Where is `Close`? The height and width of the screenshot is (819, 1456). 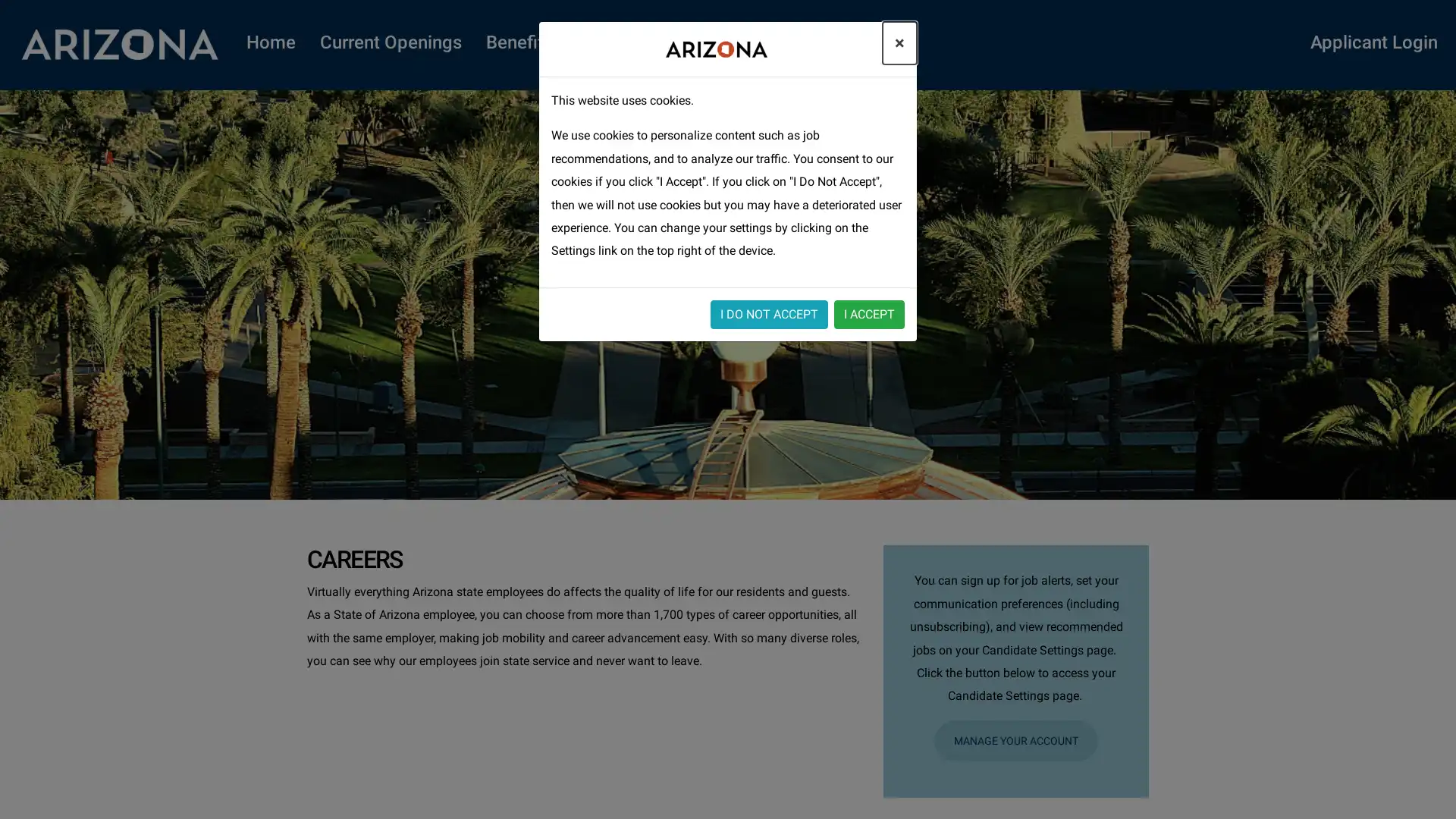
Close is located at coordinates (899, 42).